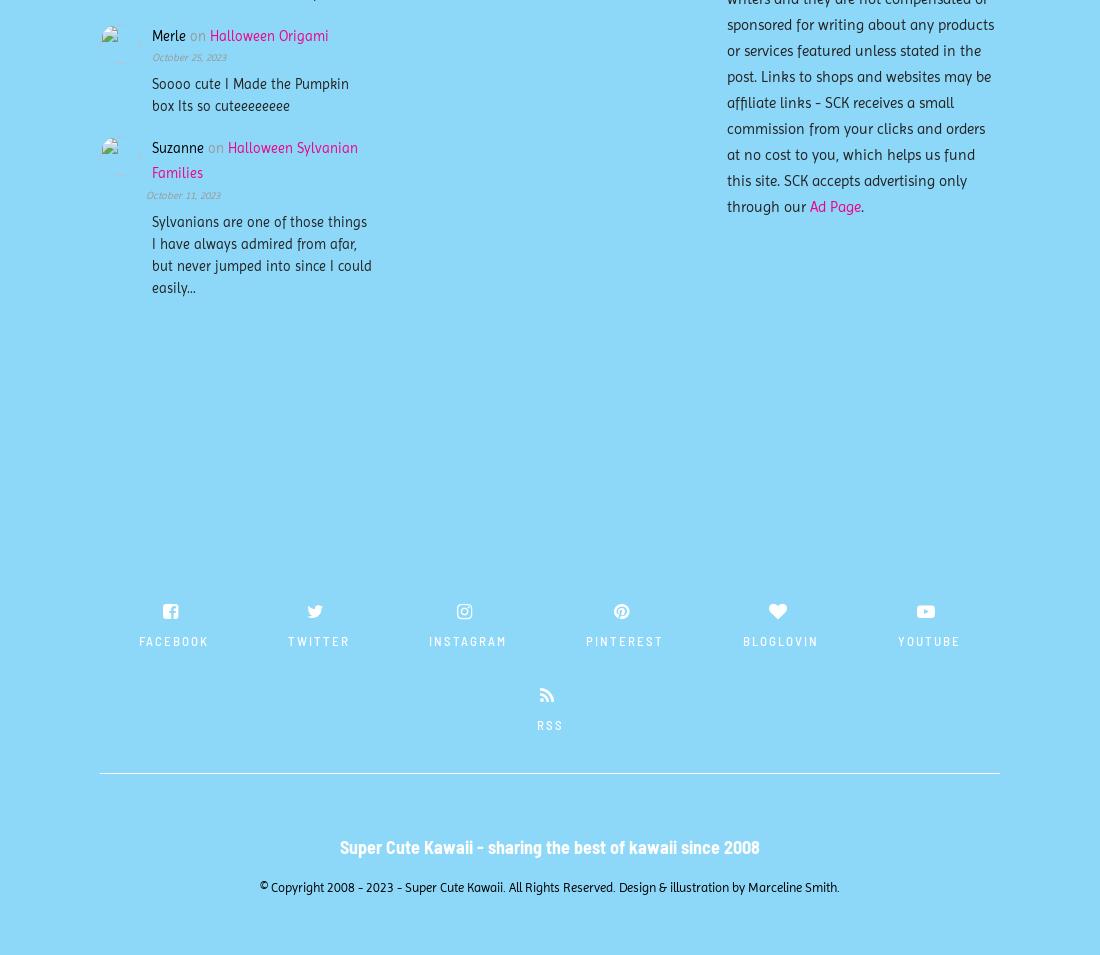 The height and width of the screenshot is (955, 1100). I want to click on 'Bloglovin', so click(781, 639).